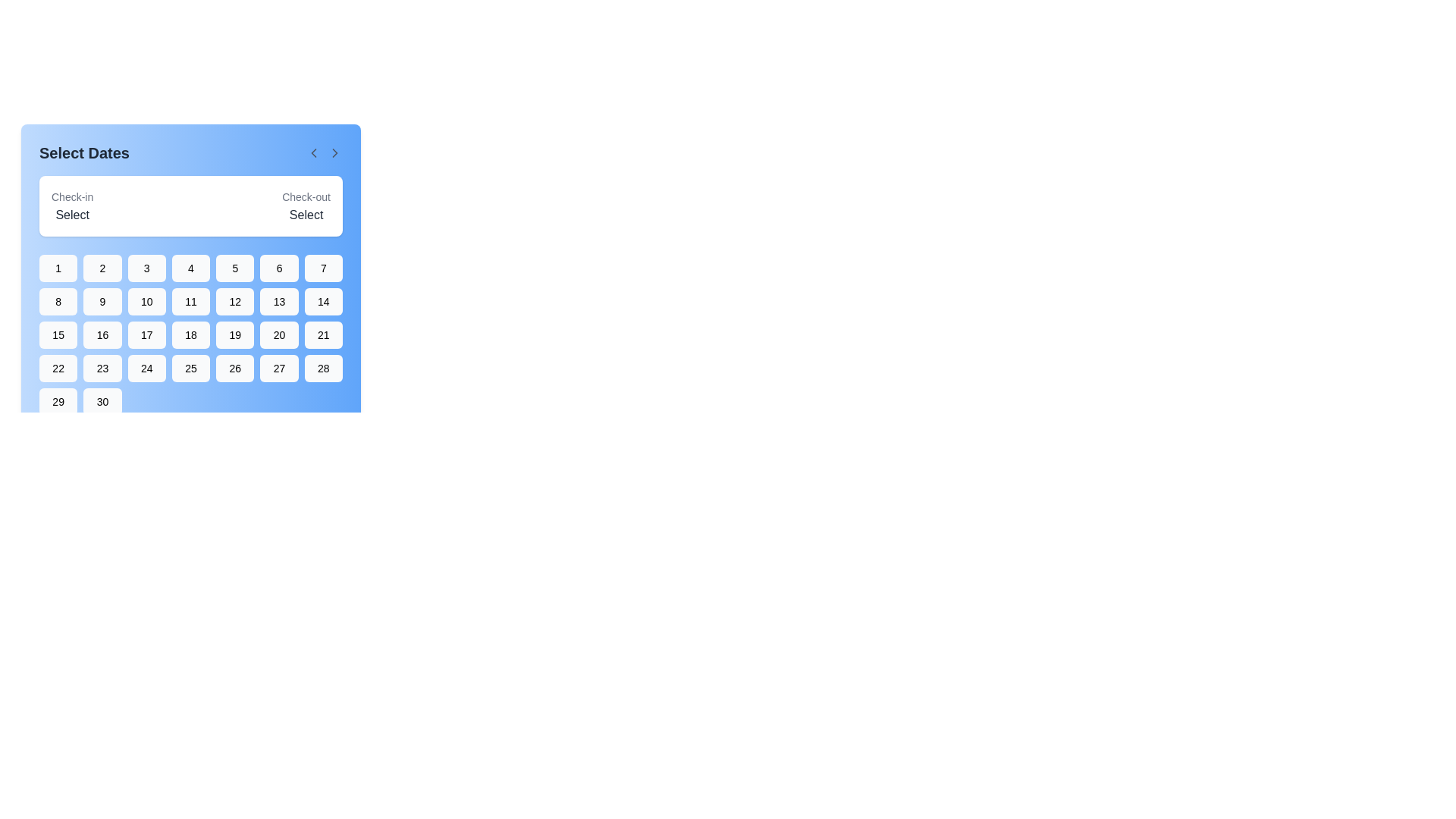  What do you see at coordinates (279, 334) in the screenshot?
I see `the button labeled '20' with a light gray background and rounded edges located` at bounding box center [279, 334].